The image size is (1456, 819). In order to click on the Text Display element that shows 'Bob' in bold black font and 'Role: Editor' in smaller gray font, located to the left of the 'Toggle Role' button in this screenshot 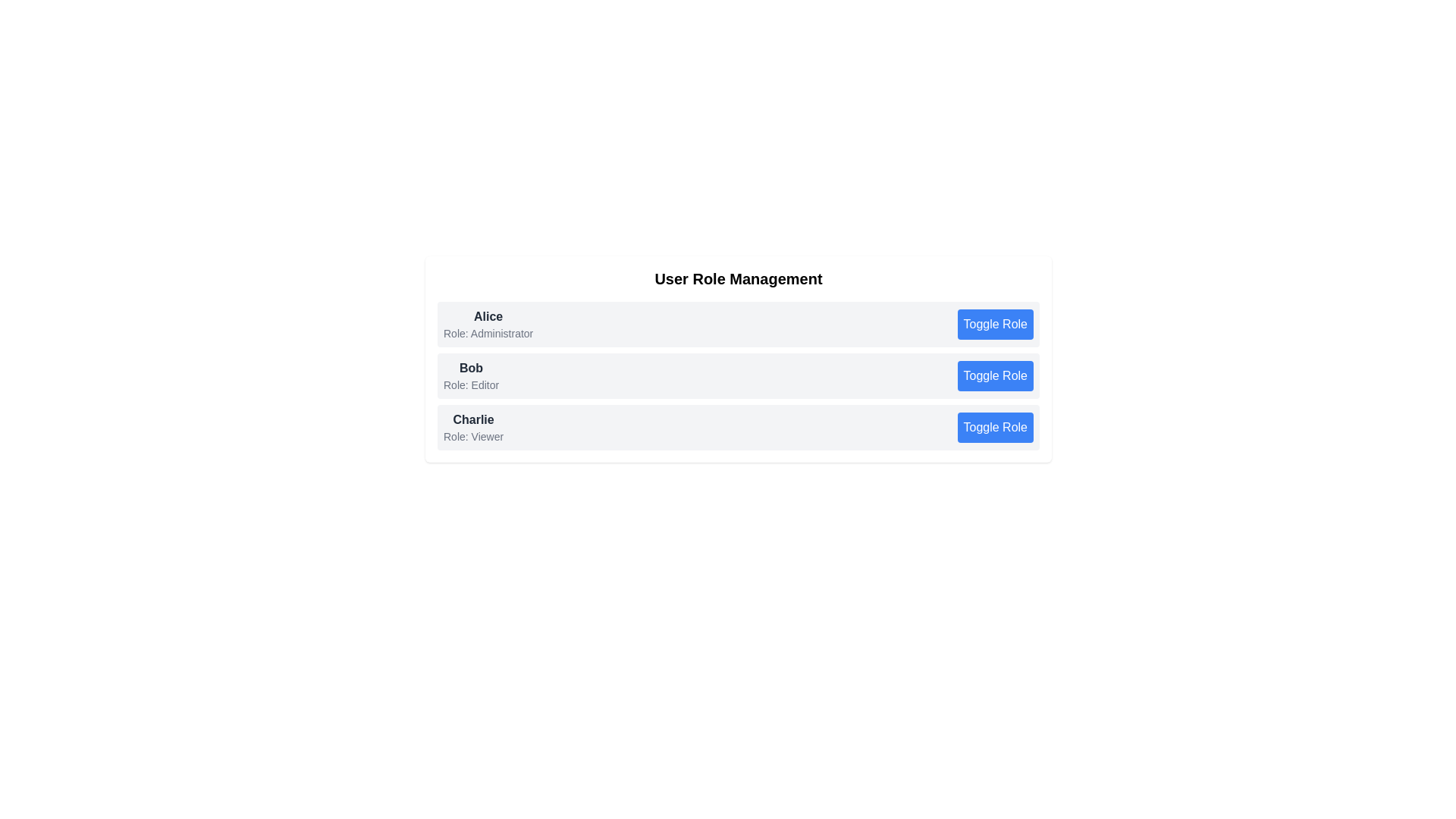, I will do `click(470, 375)`.